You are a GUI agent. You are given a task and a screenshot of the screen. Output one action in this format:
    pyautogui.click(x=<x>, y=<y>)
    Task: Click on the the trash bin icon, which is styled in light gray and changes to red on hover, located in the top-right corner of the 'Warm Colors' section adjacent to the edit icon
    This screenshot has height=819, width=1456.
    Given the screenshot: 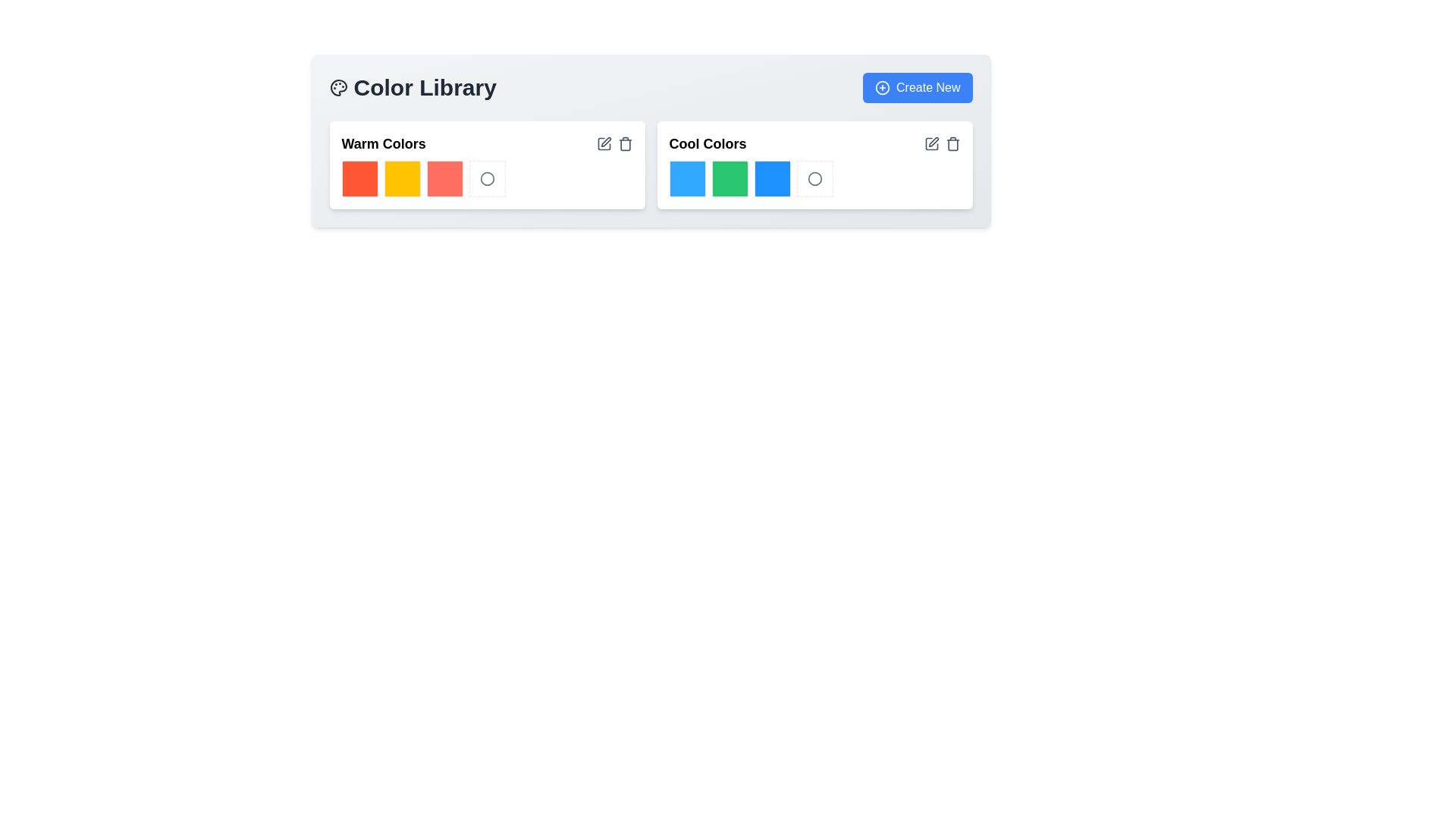 What is the action you would take?
    pyautogui.click(x=625, y=143)
    